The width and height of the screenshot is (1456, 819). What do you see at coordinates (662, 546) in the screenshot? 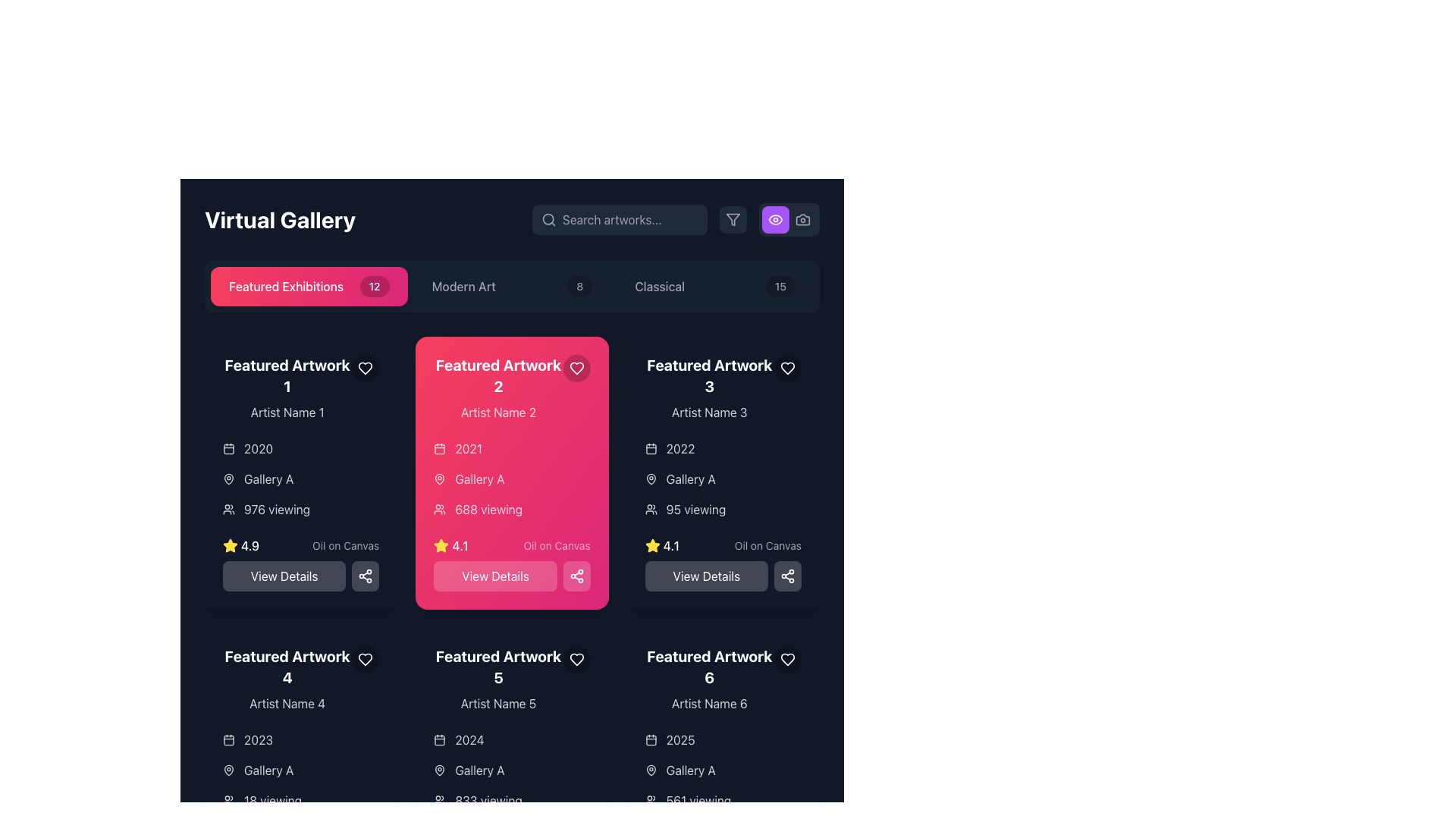
I see `the Rating indicator displaying a score of '4.1' within the 'Featured Artwork 3' card, located below the '95 viewing' text and above the 'View Details' button` at bounding box center [662, 546].